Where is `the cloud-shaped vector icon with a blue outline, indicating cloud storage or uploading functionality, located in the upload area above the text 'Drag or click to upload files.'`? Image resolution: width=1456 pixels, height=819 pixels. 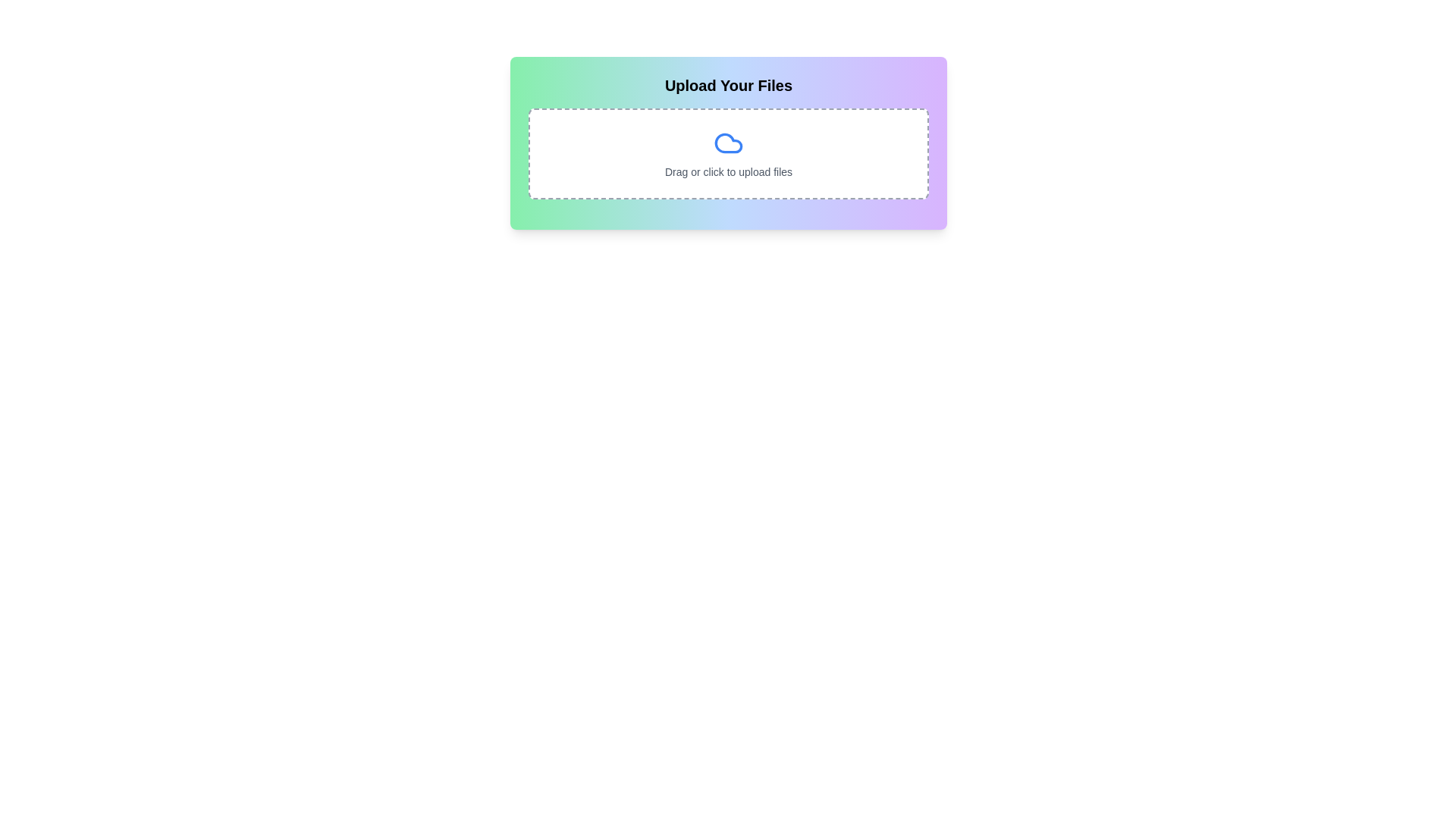 the cloud-shaped vector icon with a blue outline, indicating cloud storage or uploading functionality, located in the upload area above the text 'Drag or click to upload files.' is located at coordinates (728, 143).